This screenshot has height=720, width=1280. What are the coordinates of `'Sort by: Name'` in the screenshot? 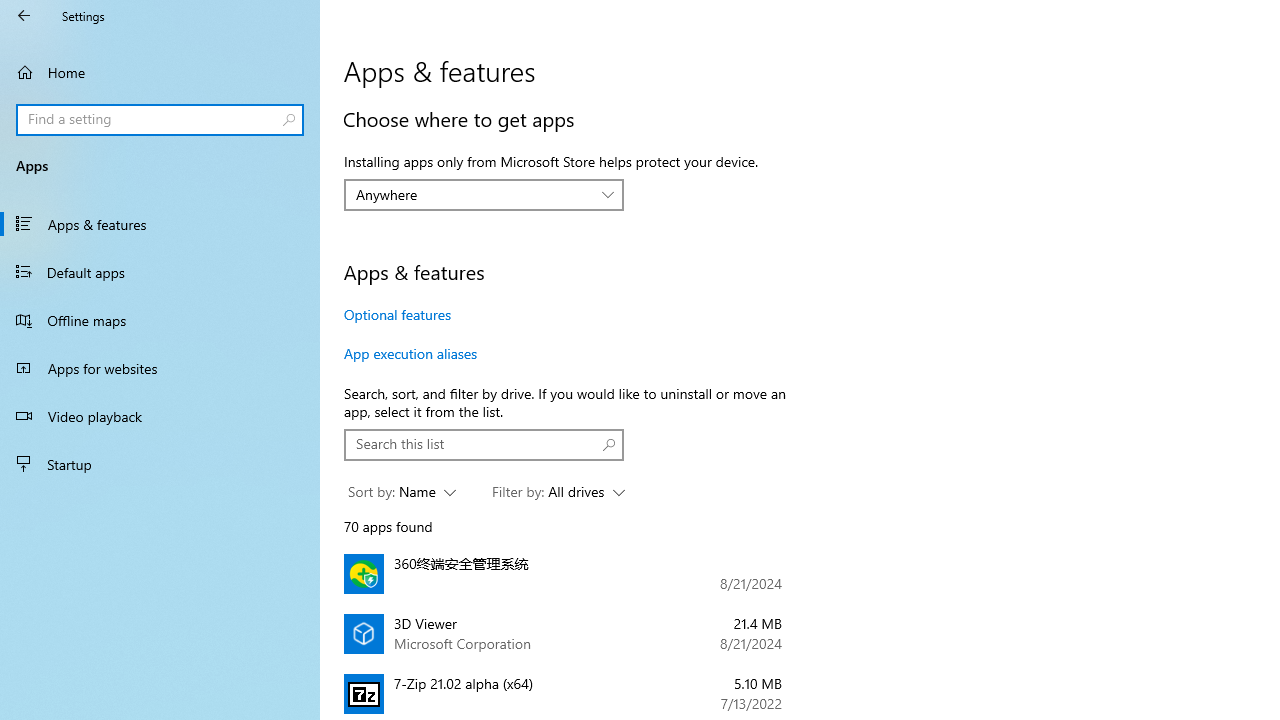 It's located at (400, 492).